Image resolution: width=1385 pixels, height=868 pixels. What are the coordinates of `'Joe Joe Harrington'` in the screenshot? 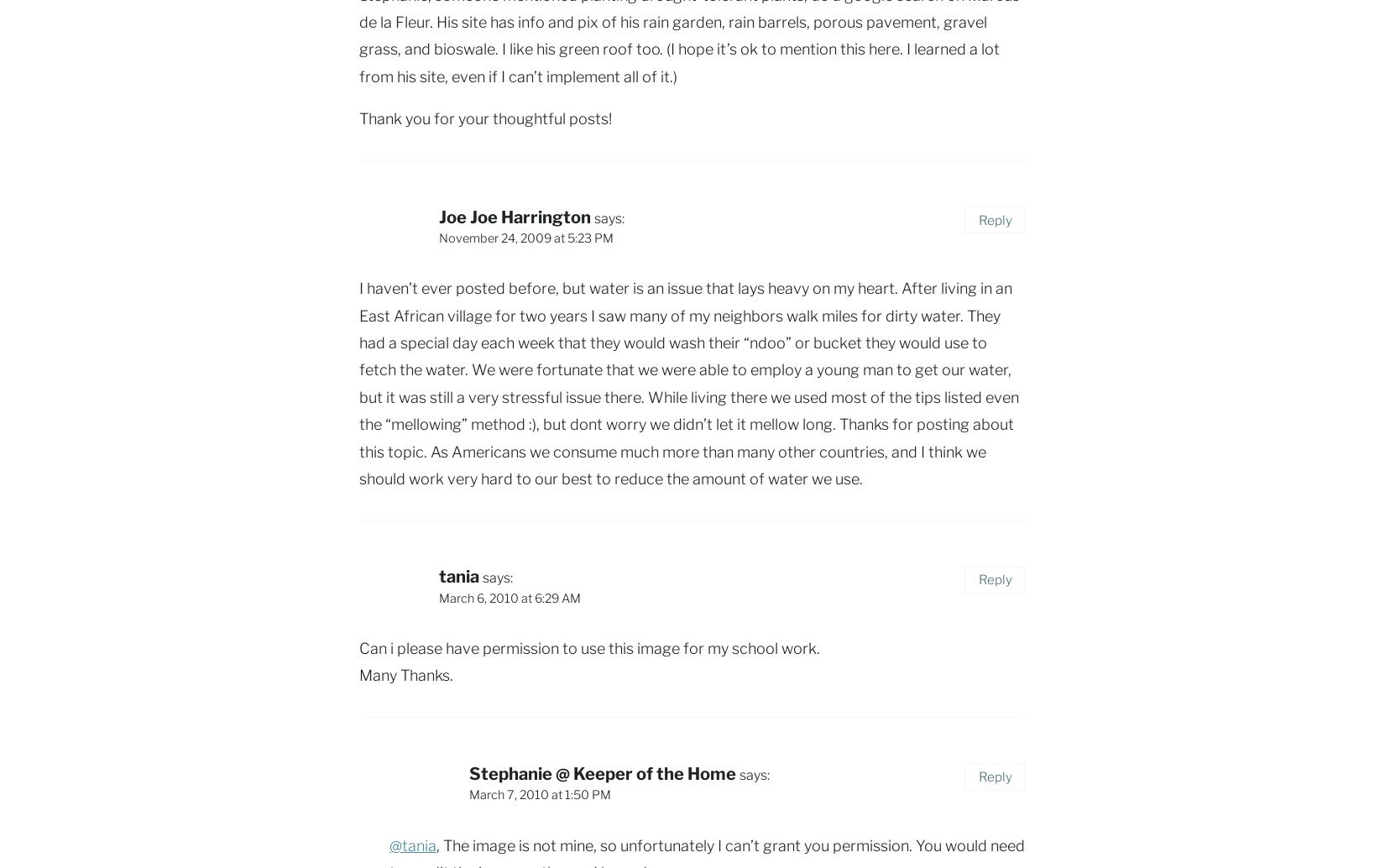 It's located at (514, 216).